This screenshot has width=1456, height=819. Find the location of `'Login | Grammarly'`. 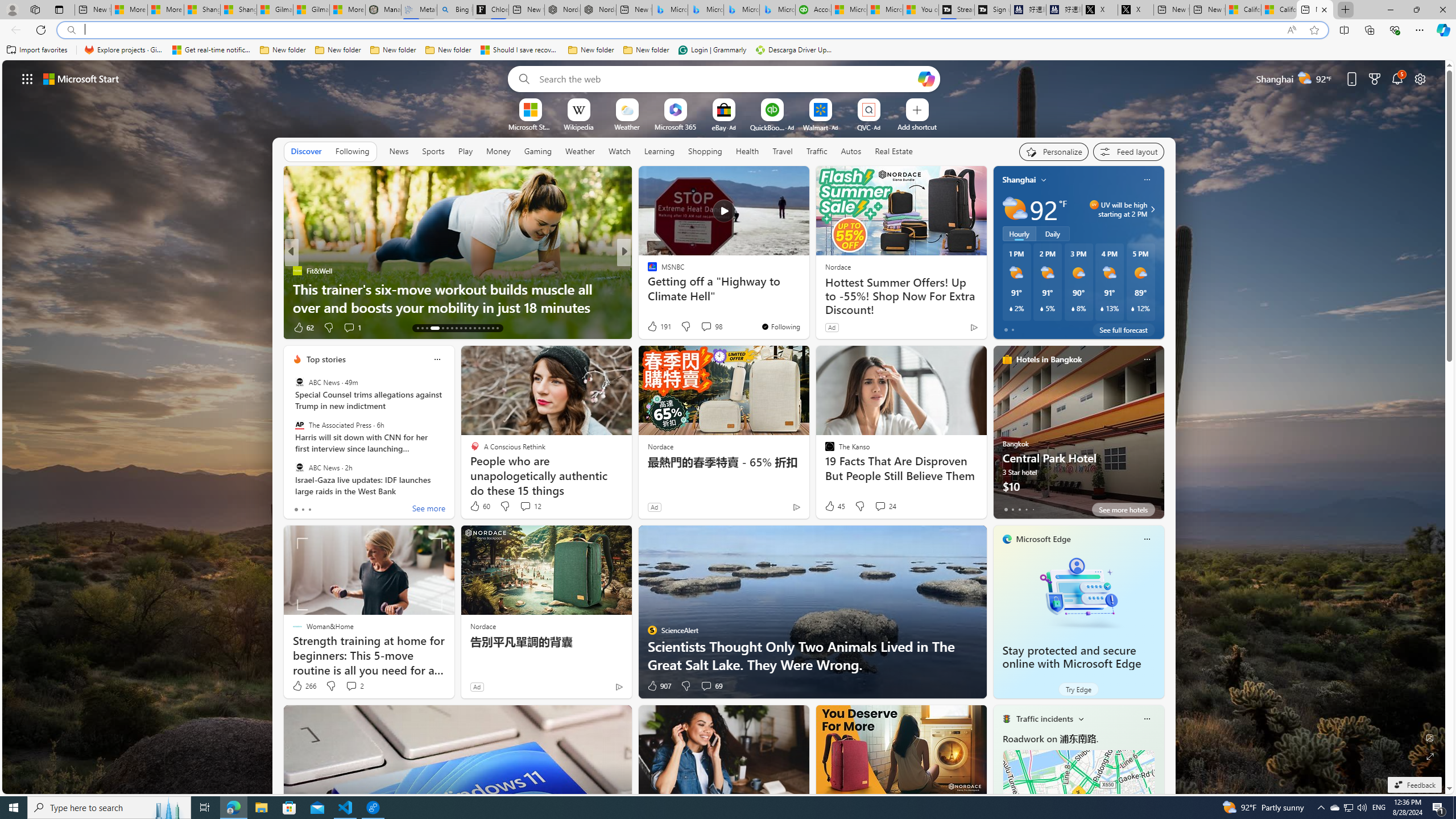

'Login | Grammarly' is located at coordinates (712, 49).